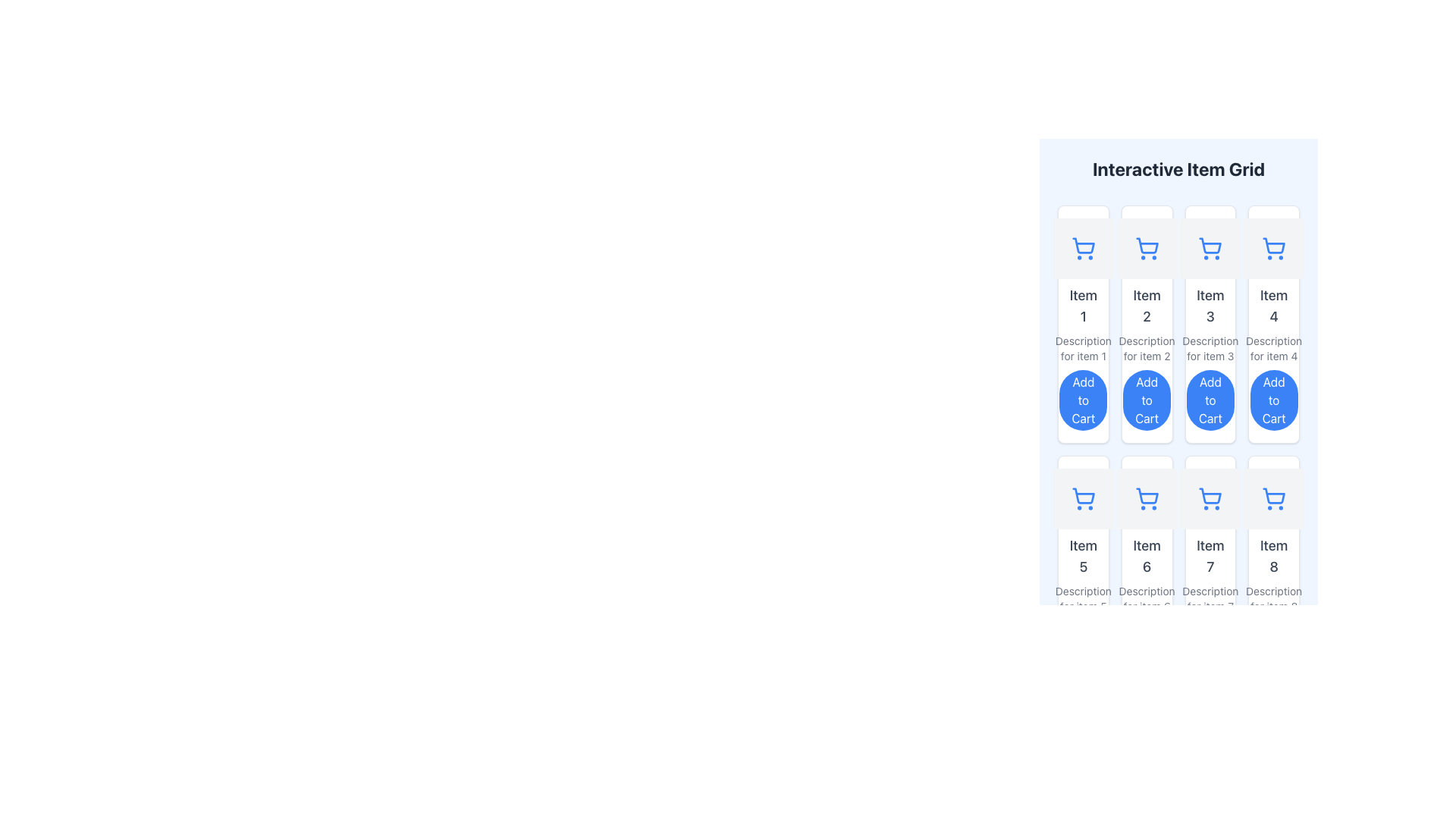 The image size is (1456, 819). What do you see at coordinates (1274, 324) in the screenshot?
I see `the 'Add to Cart' button on the Product Card representing Item 4, which is the fourth card in the top row of a grid layout` at bounding box center [1274, 324].